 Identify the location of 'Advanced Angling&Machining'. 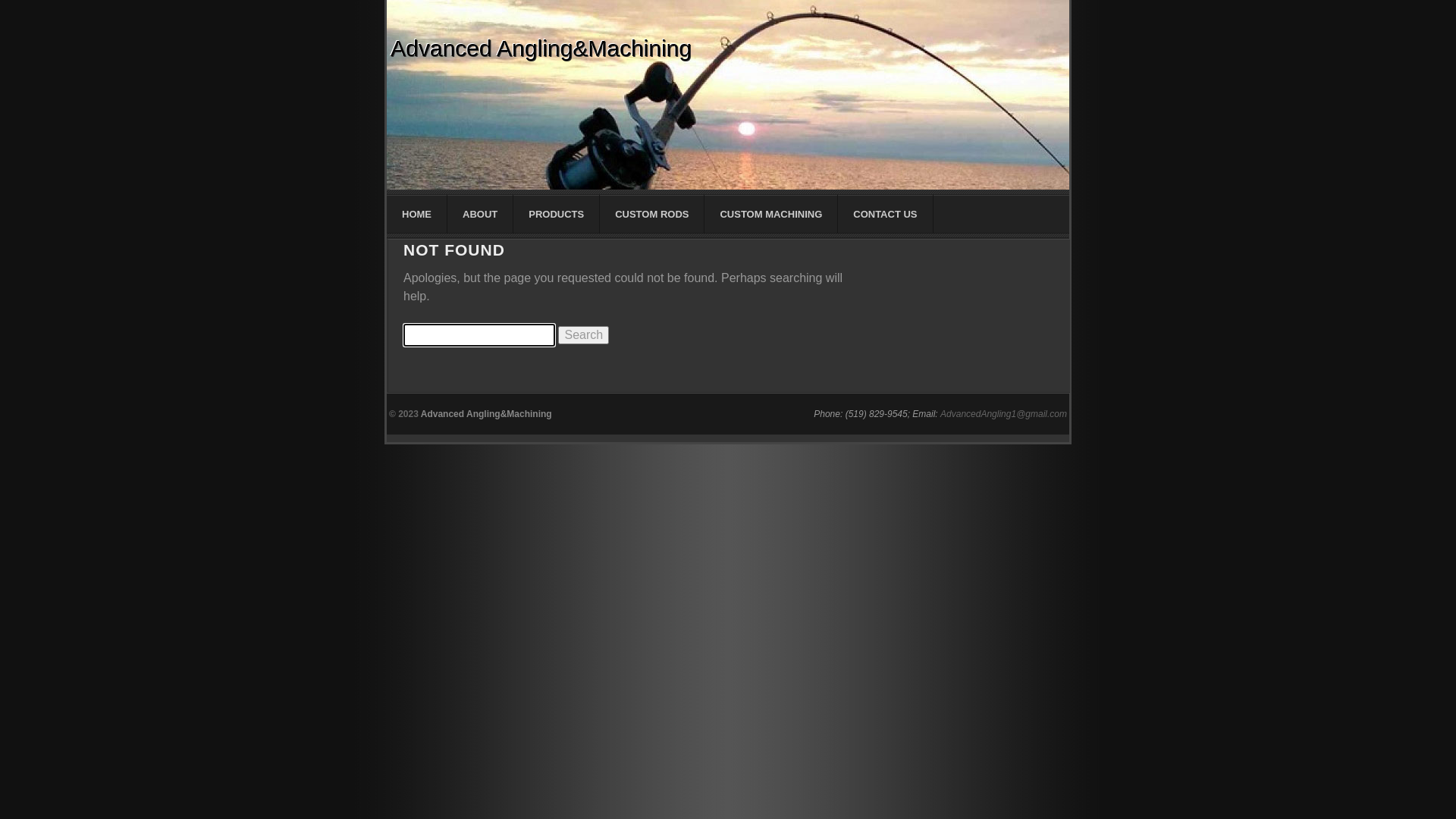
(486, 414).